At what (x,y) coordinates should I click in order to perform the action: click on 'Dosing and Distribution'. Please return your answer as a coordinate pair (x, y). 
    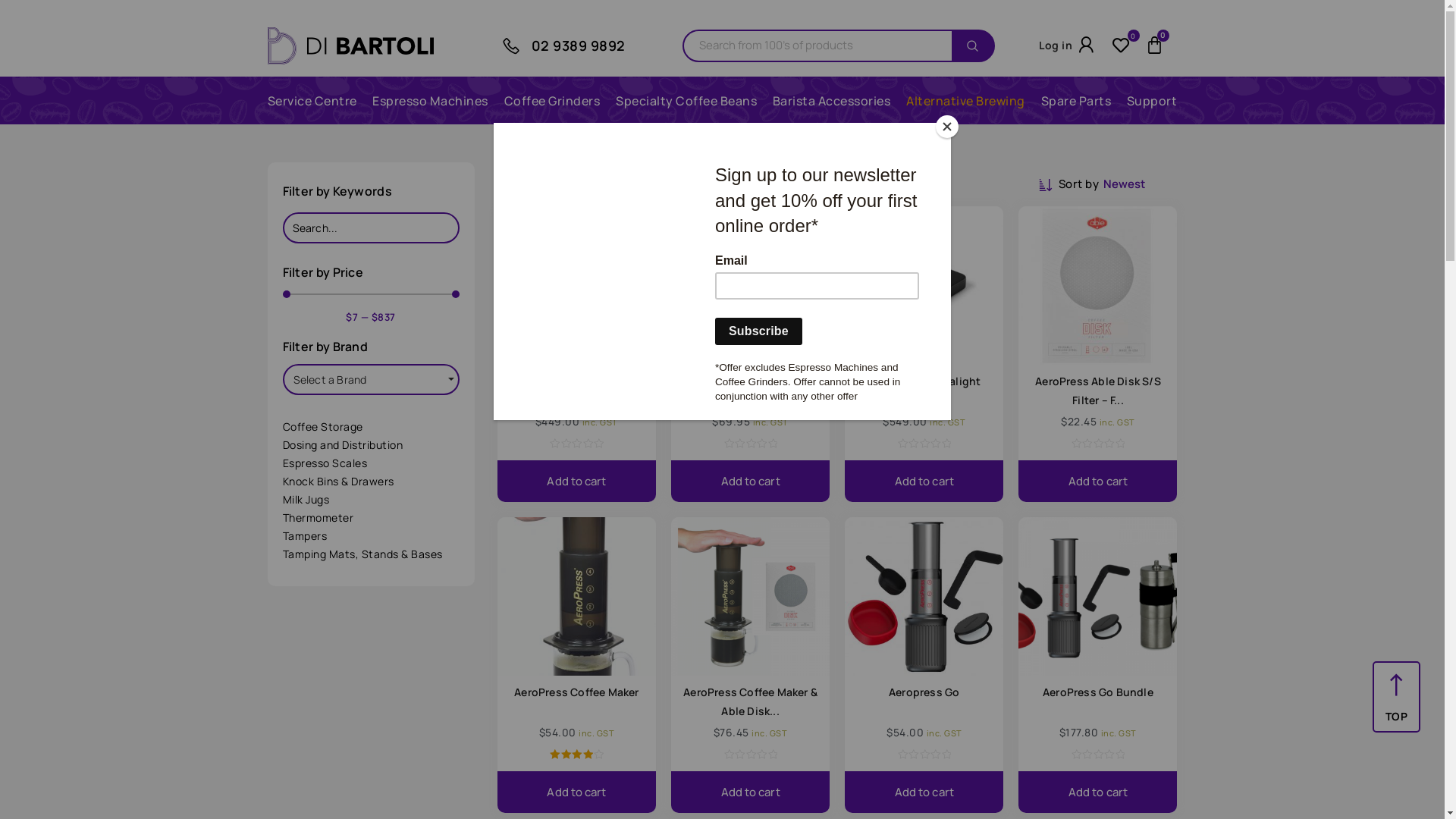
    Looking at the image, I should click on (370, 444).